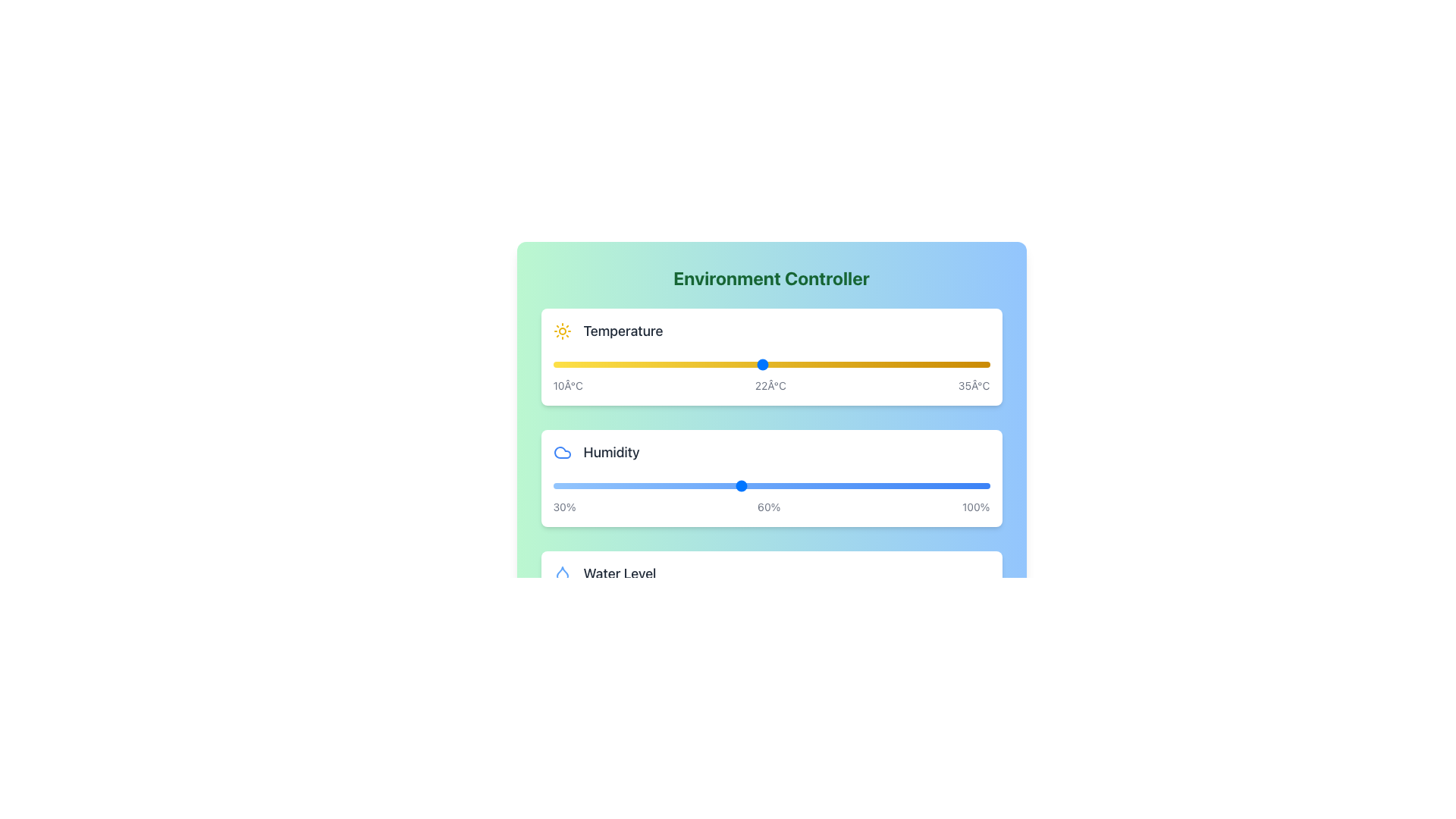 The width and height of the screenshot is (1456, 819). What do you see at coordinates (726, 365) in the screenshot?
I see `the temperature` at bounding box center [726, 365].